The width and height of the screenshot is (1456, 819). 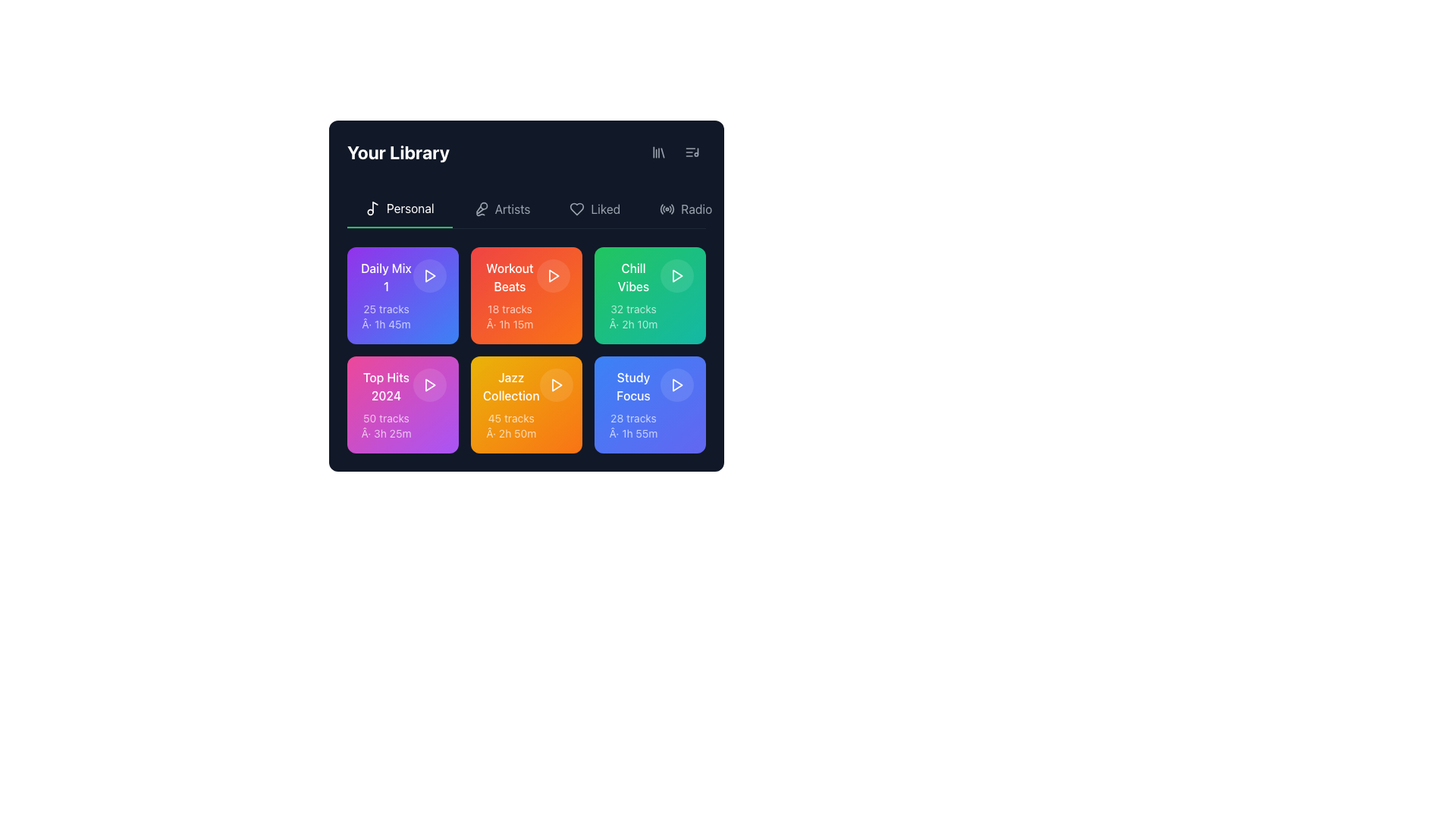 I want to click on the 'Chill Vibes' informational tile, which displays 'Chill Vibes' in bold white text on a green background, so click(x=633, y=295).